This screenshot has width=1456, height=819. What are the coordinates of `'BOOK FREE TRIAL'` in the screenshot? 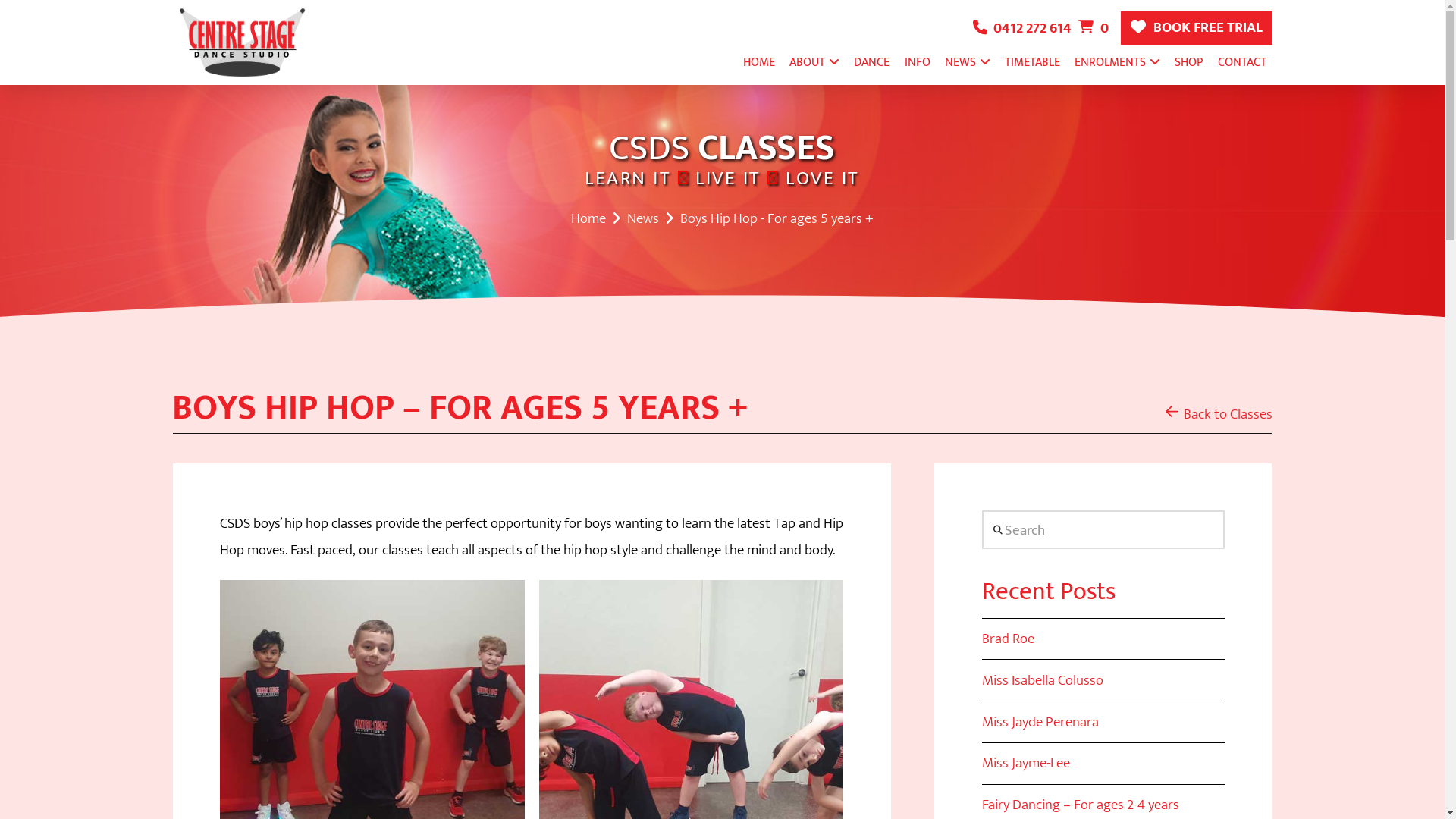 It's located at (1196, 28).